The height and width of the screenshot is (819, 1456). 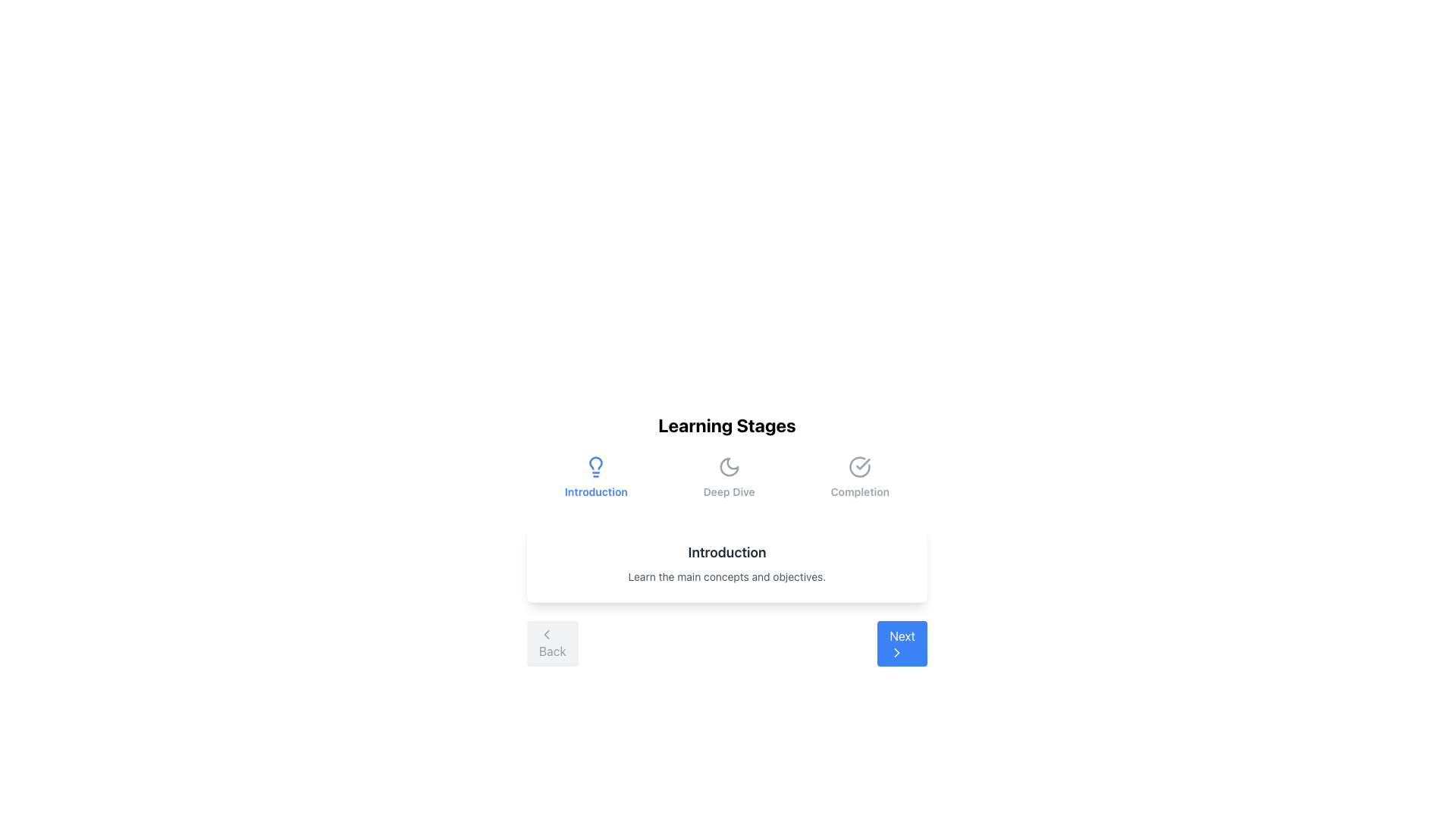 What do you see at coordinates (729, 491) in the screenshot?
I see `the label for the second stage in the 'Learning Stages' navigation feature, which is centered horizontally in the middle section of a three-column layout` at bounding box center [729, 491].